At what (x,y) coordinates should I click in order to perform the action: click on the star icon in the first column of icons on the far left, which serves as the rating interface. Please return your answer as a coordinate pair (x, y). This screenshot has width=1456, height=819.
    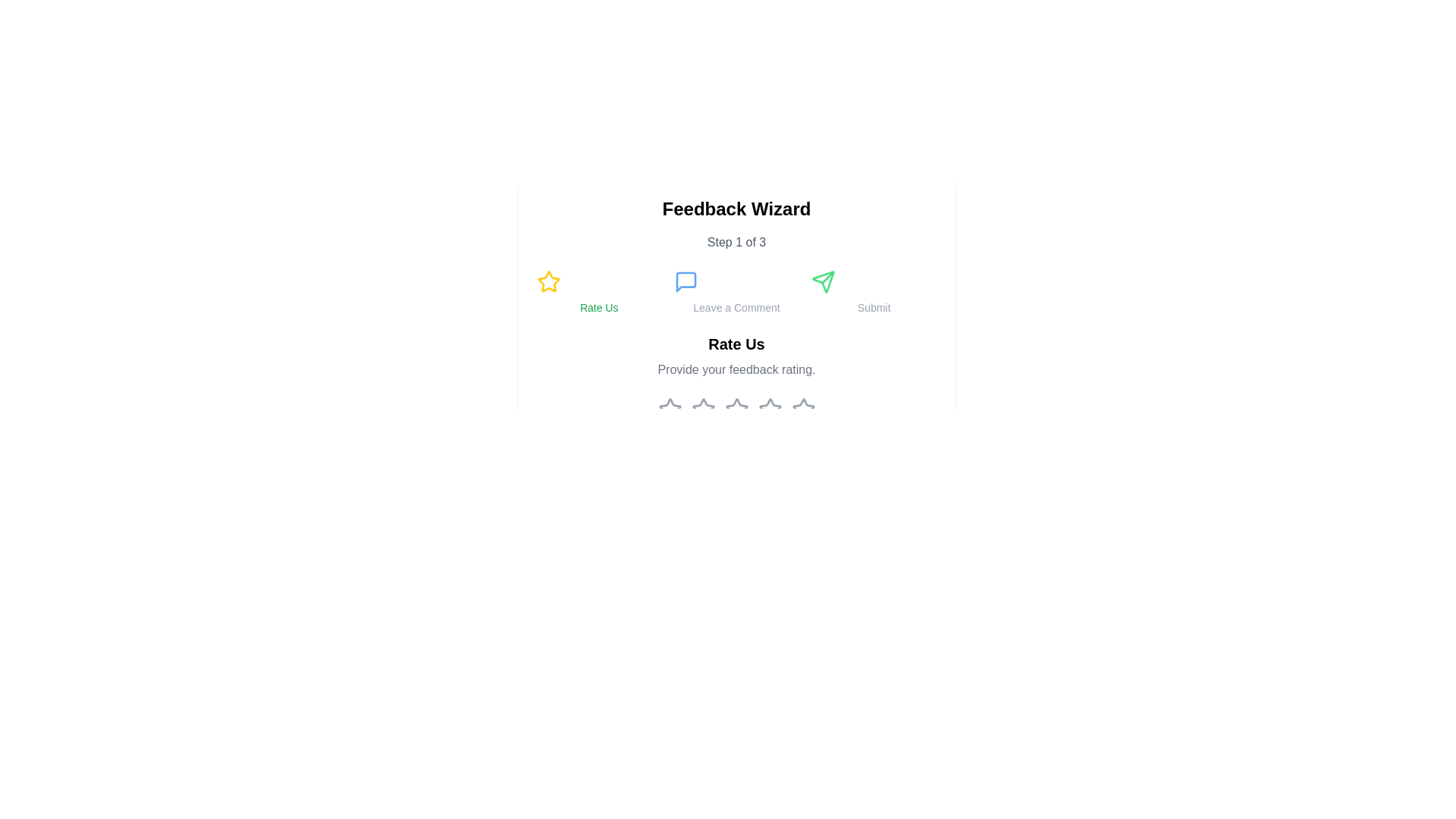
    Looking at the image, I should click on (548, 281).